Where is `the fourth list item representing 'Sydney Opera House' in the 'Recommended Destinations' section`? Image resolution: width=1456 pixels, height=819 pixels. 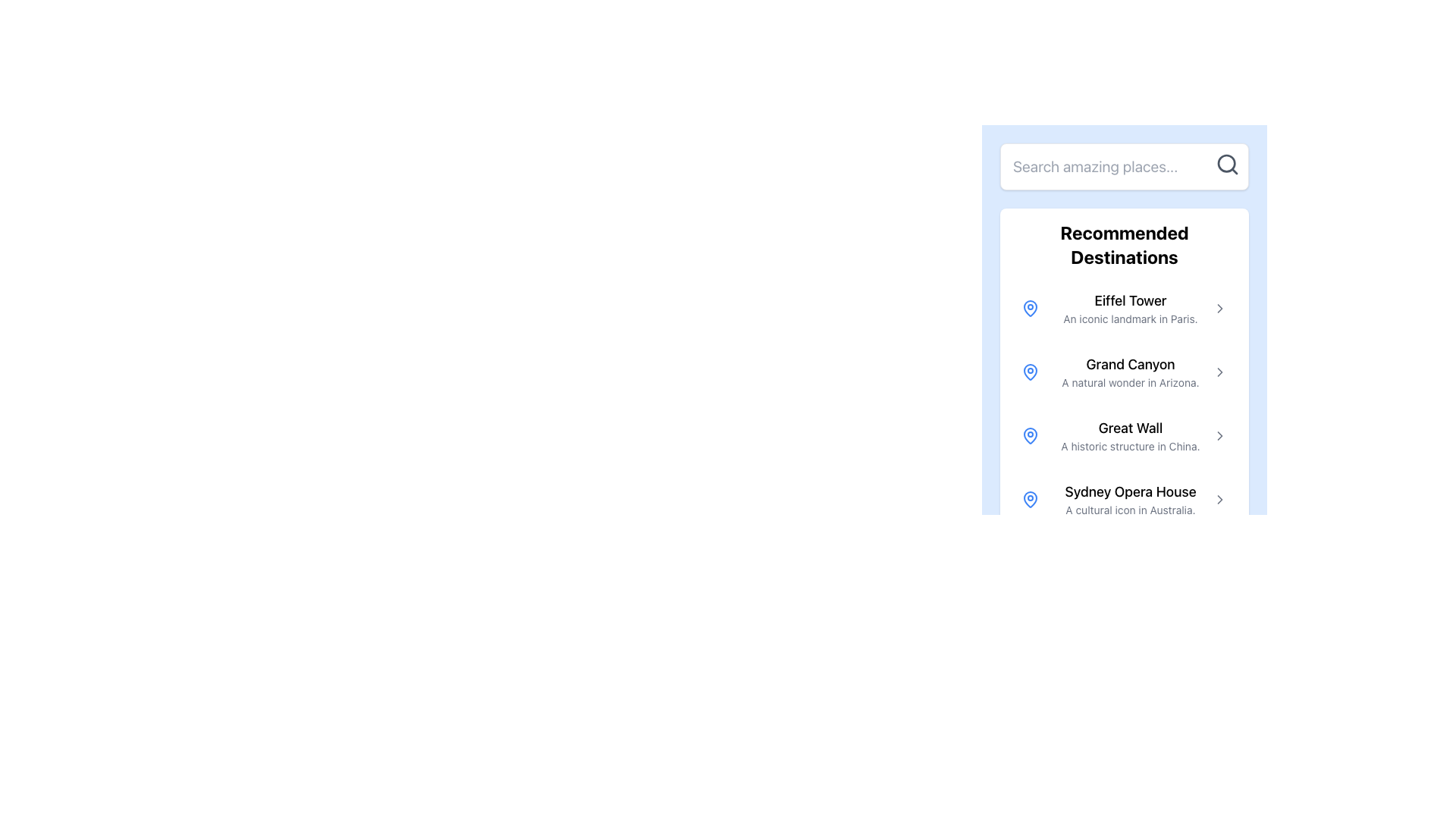
the fourth list item representing 'Sydney Opera House' in the 'Recommended Destinations' section is located at coordinates (1125, 500).